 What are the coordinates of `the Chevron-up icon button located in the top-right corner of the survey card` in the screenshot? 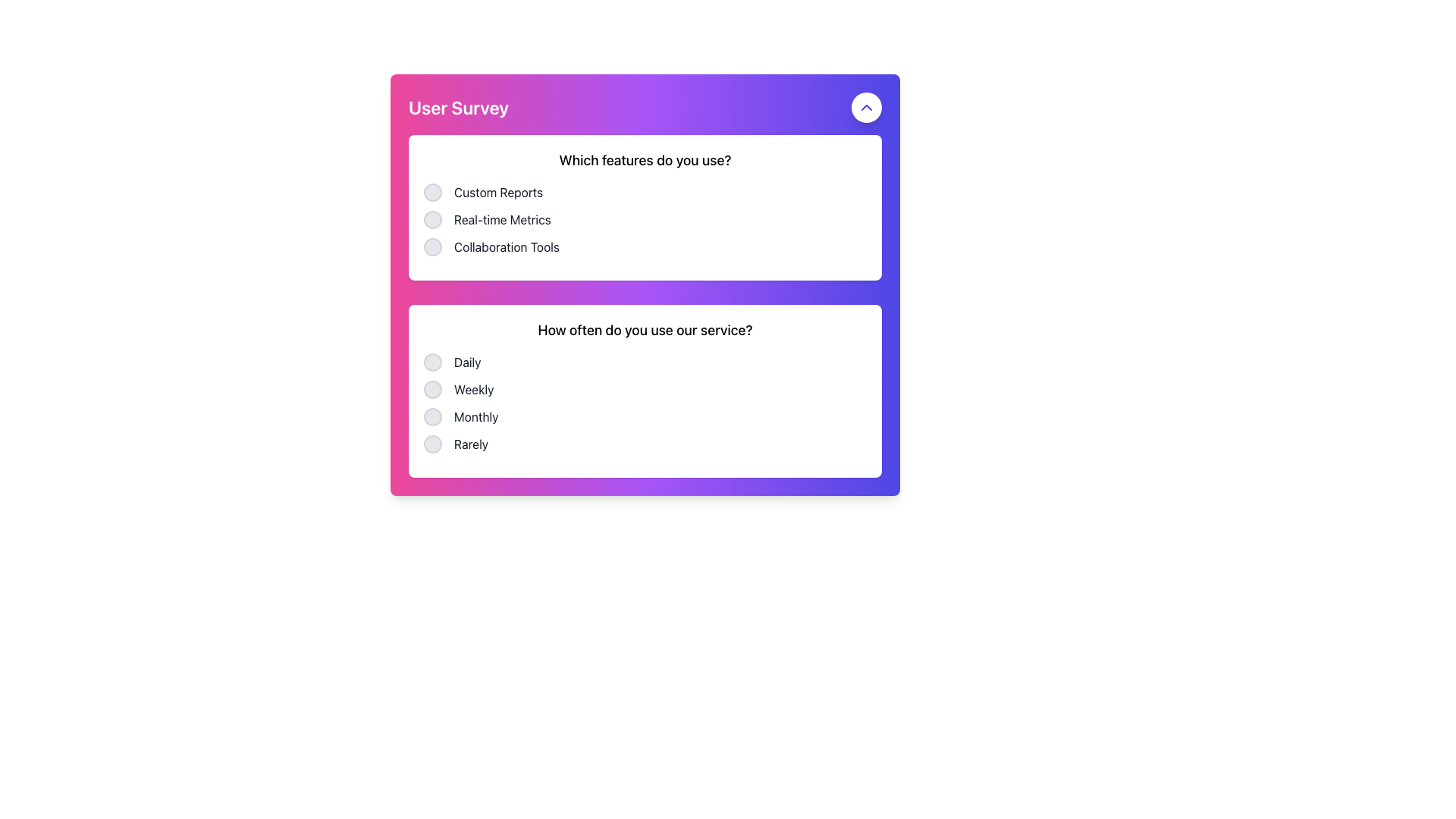 It's located at (866, 107).